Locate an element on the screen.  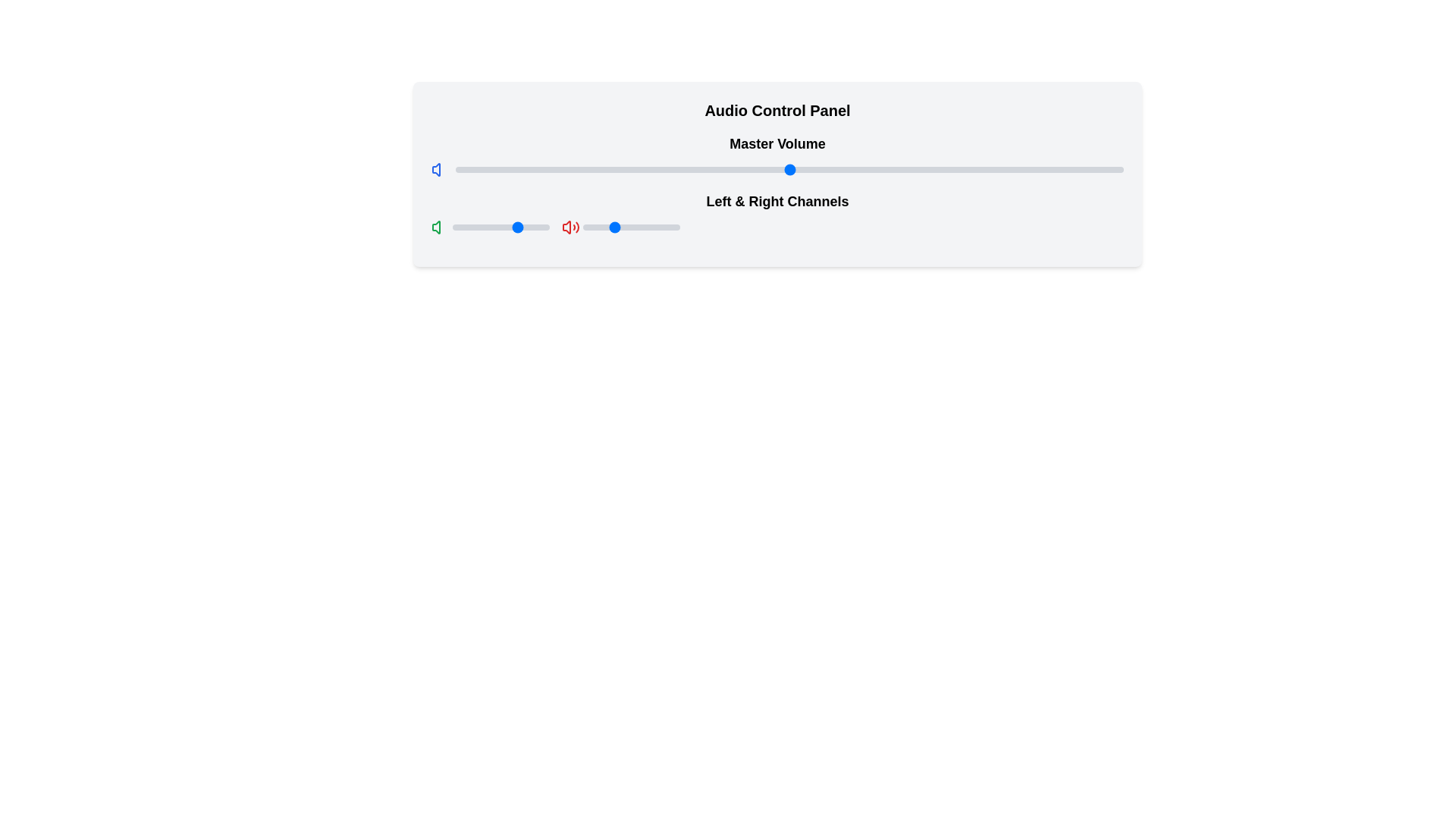
the balance of left and right audio channels is located at coordinates (608, 227).